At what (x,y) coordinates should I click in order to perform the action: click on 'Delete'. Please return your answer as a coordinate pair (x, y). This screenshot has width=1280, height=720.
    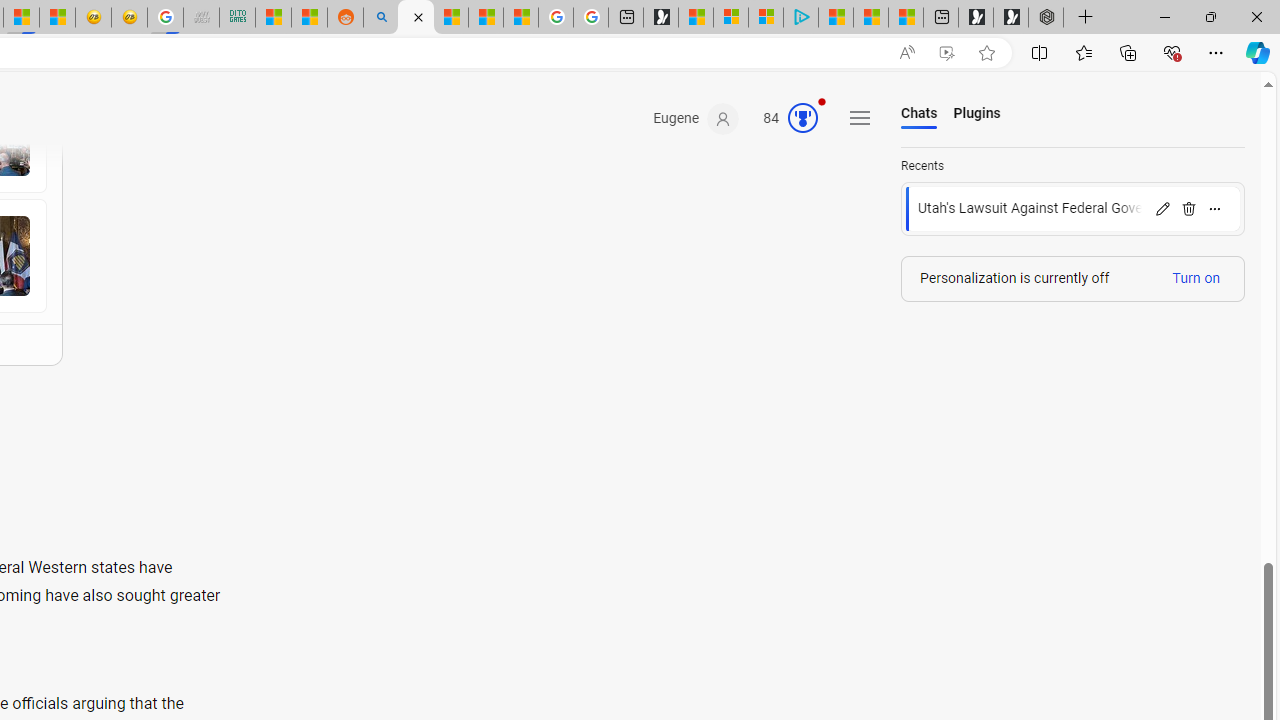
    Looking at the image, I should click on (1189, 208).